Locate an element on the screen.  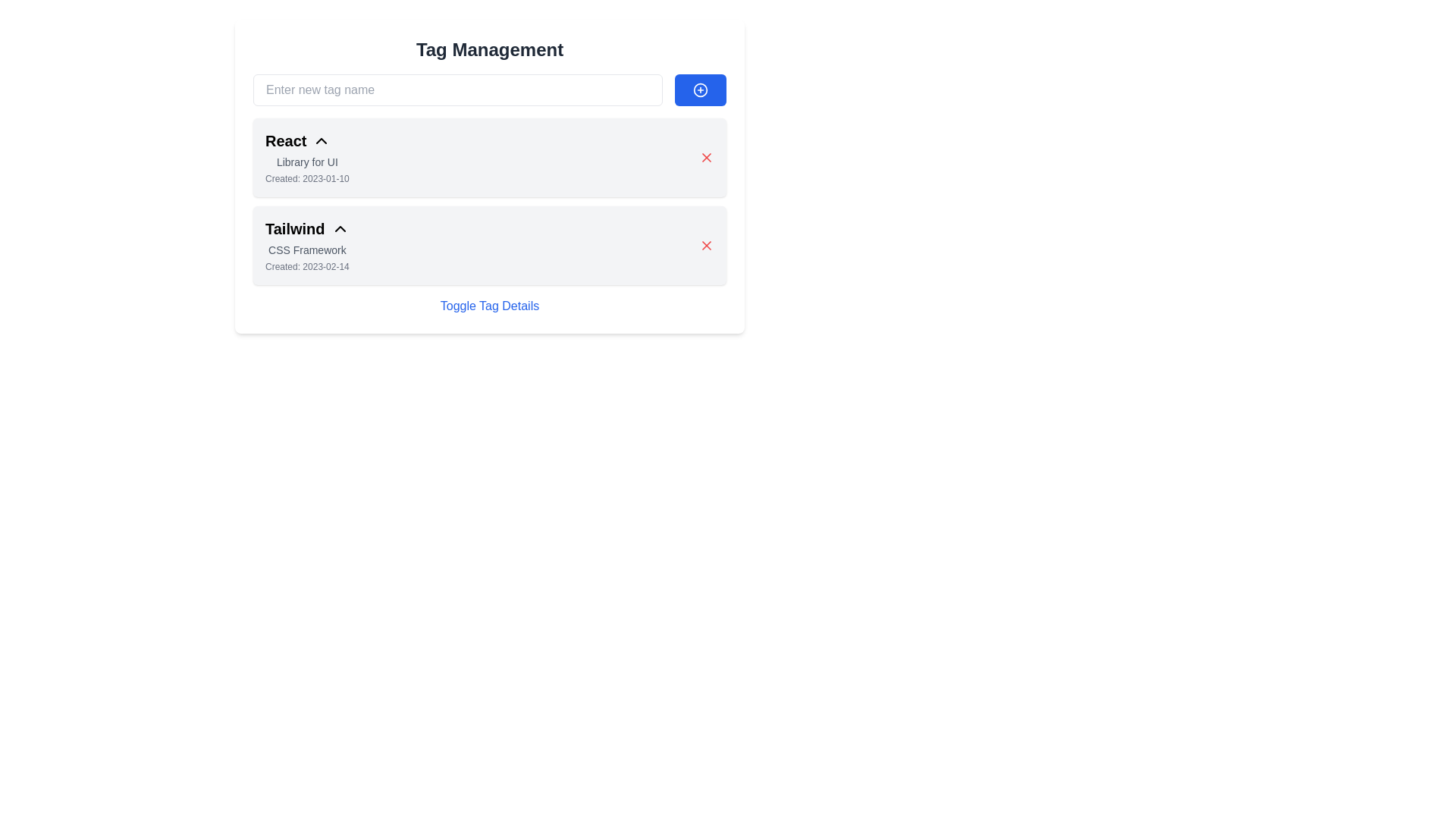
the small, light gray-colored static text displaying 'Created: 2023-02-14', located below the 'CSS Framework' label within the 'Tailwind' item group is located at coordinates (306, 265).